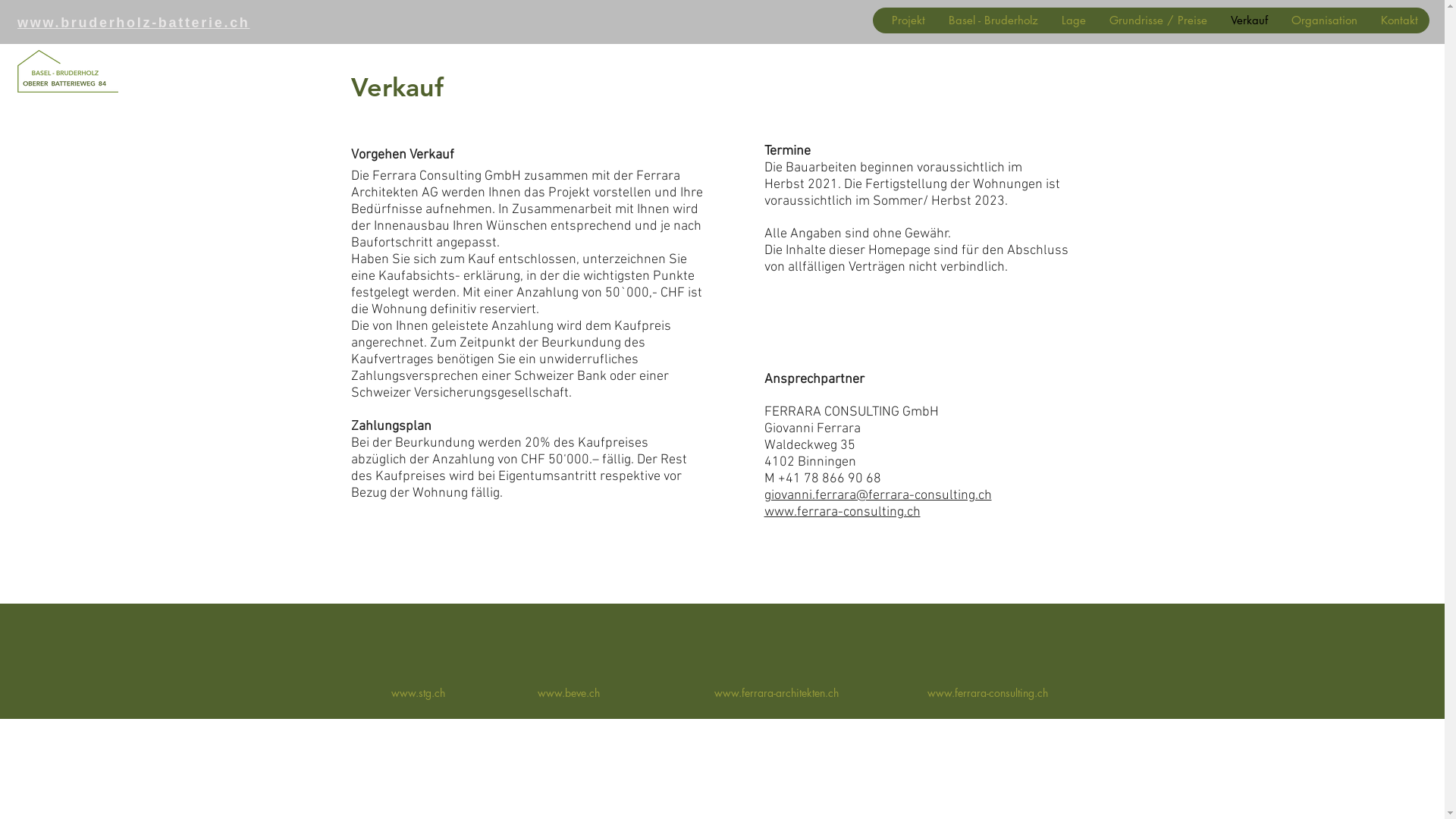 The image size is (1456, 819). What do you see at coordinates (776, 693) in the screenshot?
I see `'www.ferrara-architekten.ch'` at bounding box center [776, 693].